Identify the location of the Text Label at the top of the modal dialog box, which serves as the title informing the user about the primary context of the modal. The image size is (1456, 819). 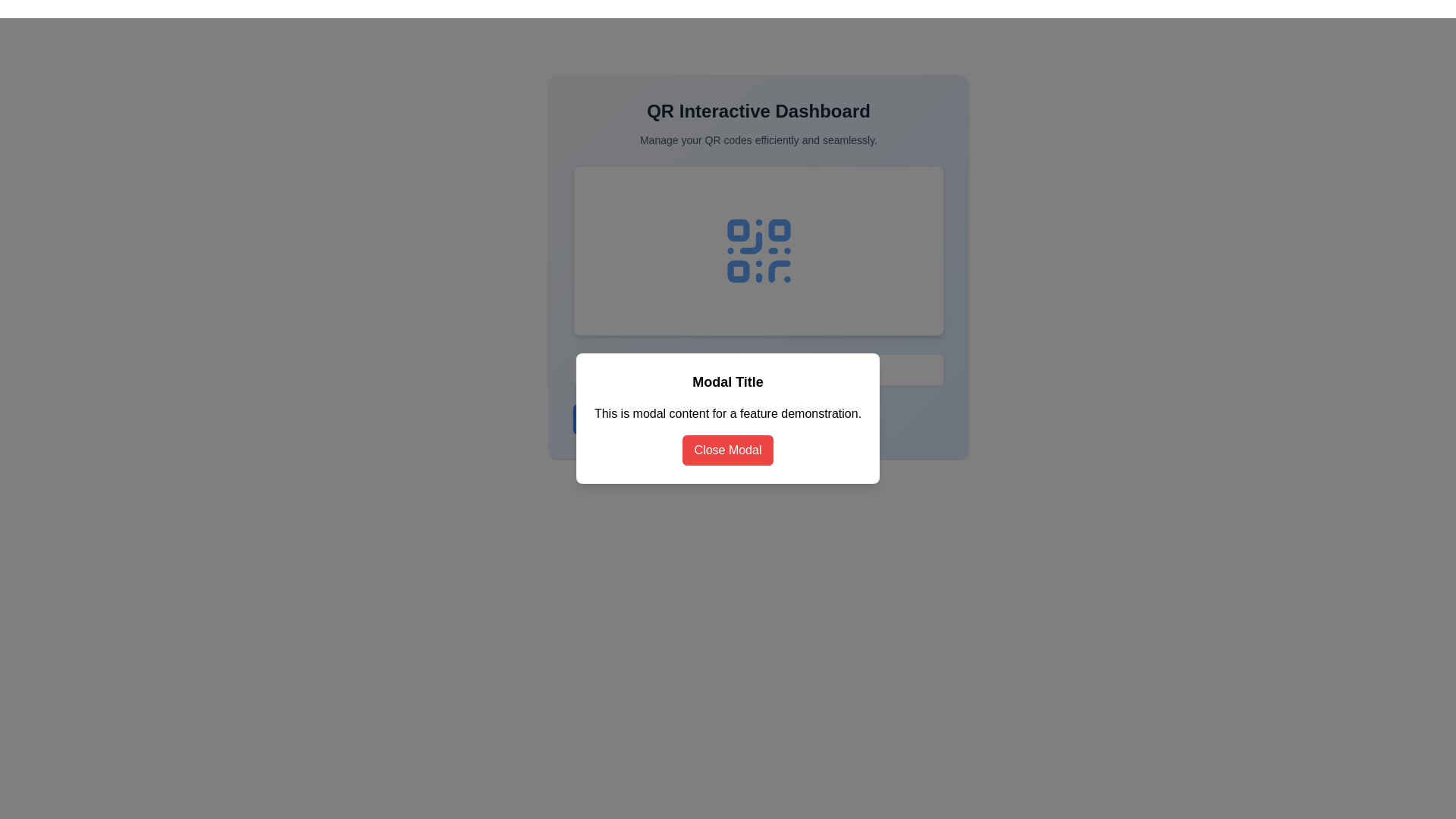
(728, 381).